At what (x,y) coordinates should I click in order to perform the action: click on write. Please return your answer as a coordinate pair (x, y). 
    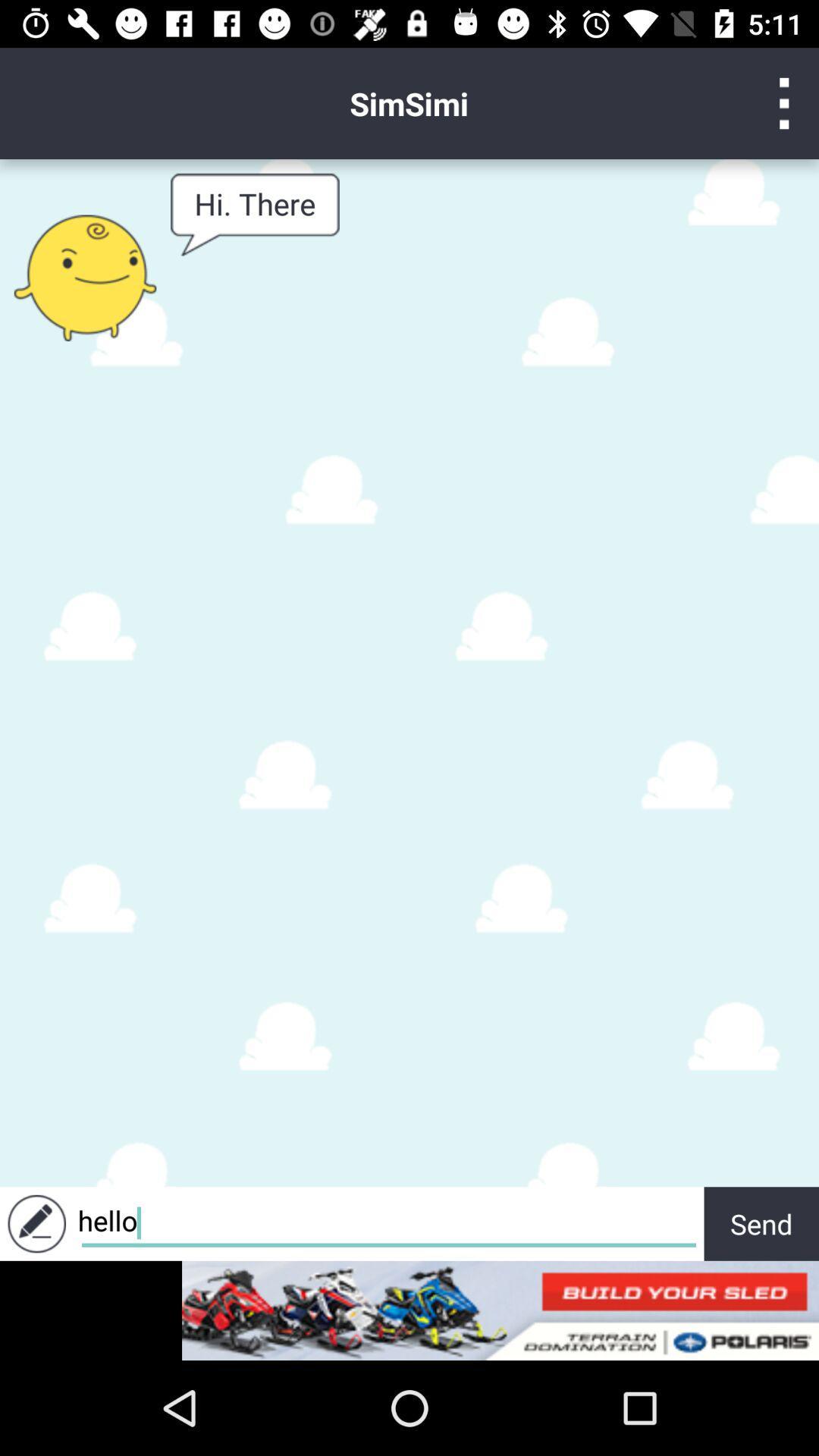
    Looking at the image, I should click on (36, 1223).